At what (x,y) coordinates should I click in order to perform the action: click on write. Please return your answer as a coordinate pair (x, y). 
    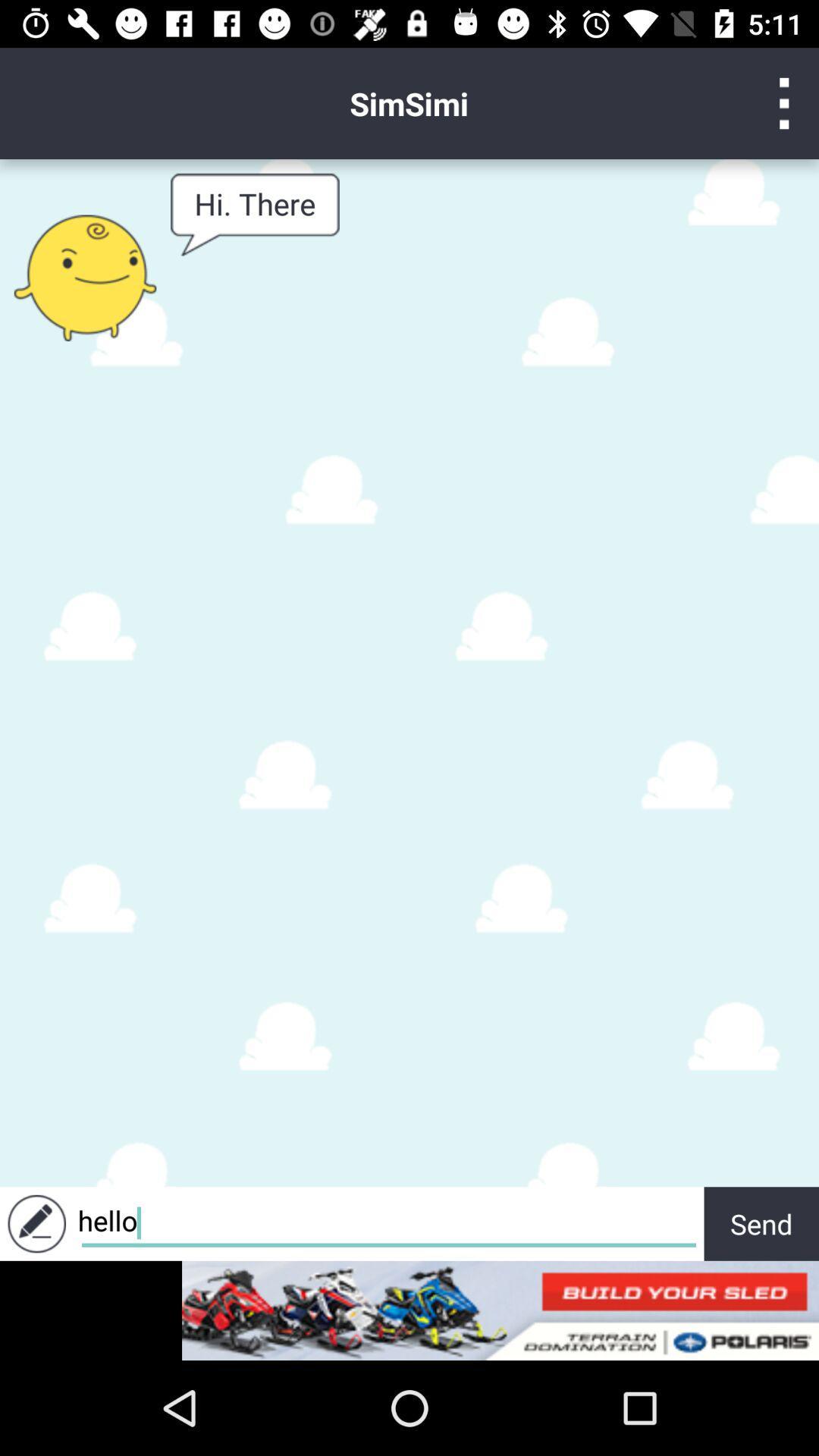
    Looking at the image, I should click on (36, 1223).